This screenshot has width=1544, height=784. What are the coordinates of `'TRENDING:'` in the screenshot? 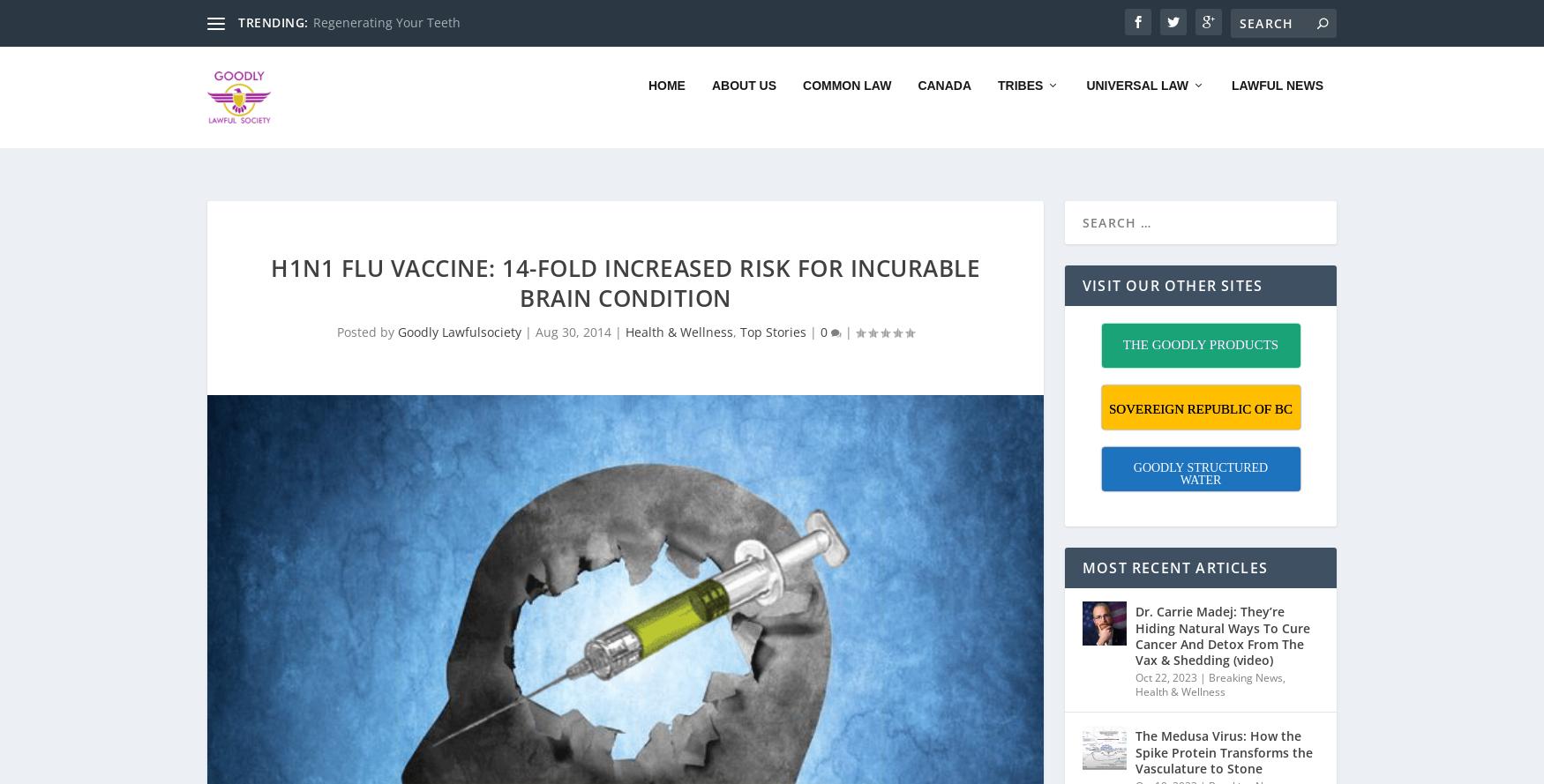 It's located at (272, 22).